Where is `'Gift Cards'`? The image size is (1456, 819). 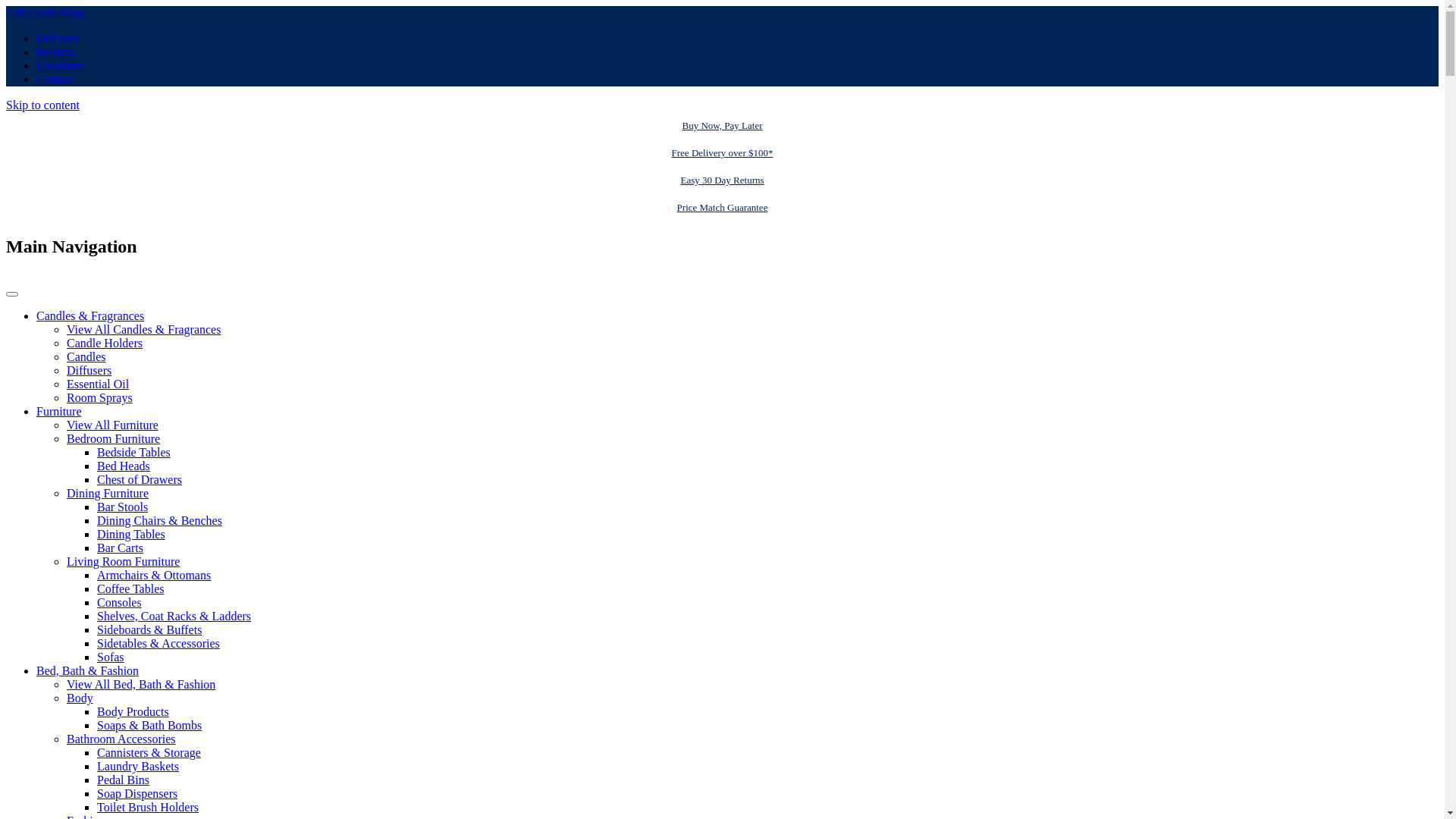 'Gift Cards' is located at coordinates (33, 12).